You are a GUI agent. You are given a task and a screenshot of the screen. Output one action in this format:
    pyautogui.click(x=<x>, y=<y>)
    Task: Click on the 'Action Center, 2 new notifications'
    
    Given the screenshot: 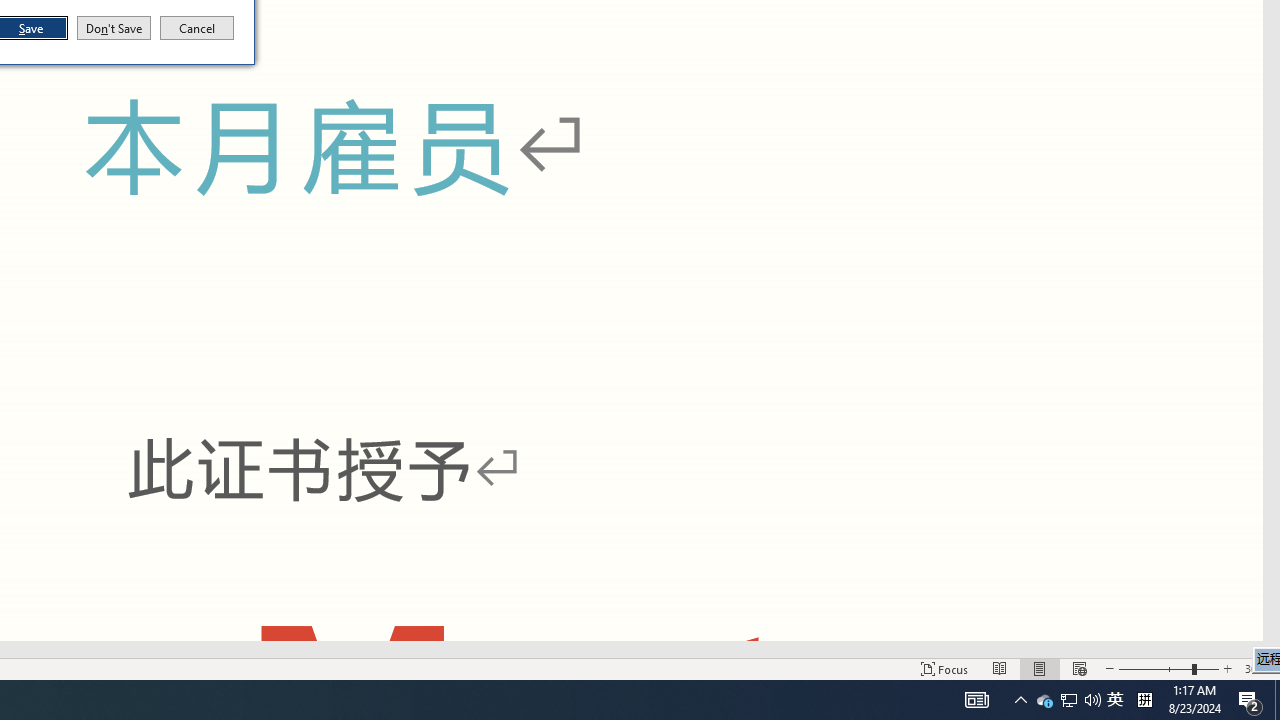 What is the action you would take?
    pyautogui.click(x=1250, y=698)
    